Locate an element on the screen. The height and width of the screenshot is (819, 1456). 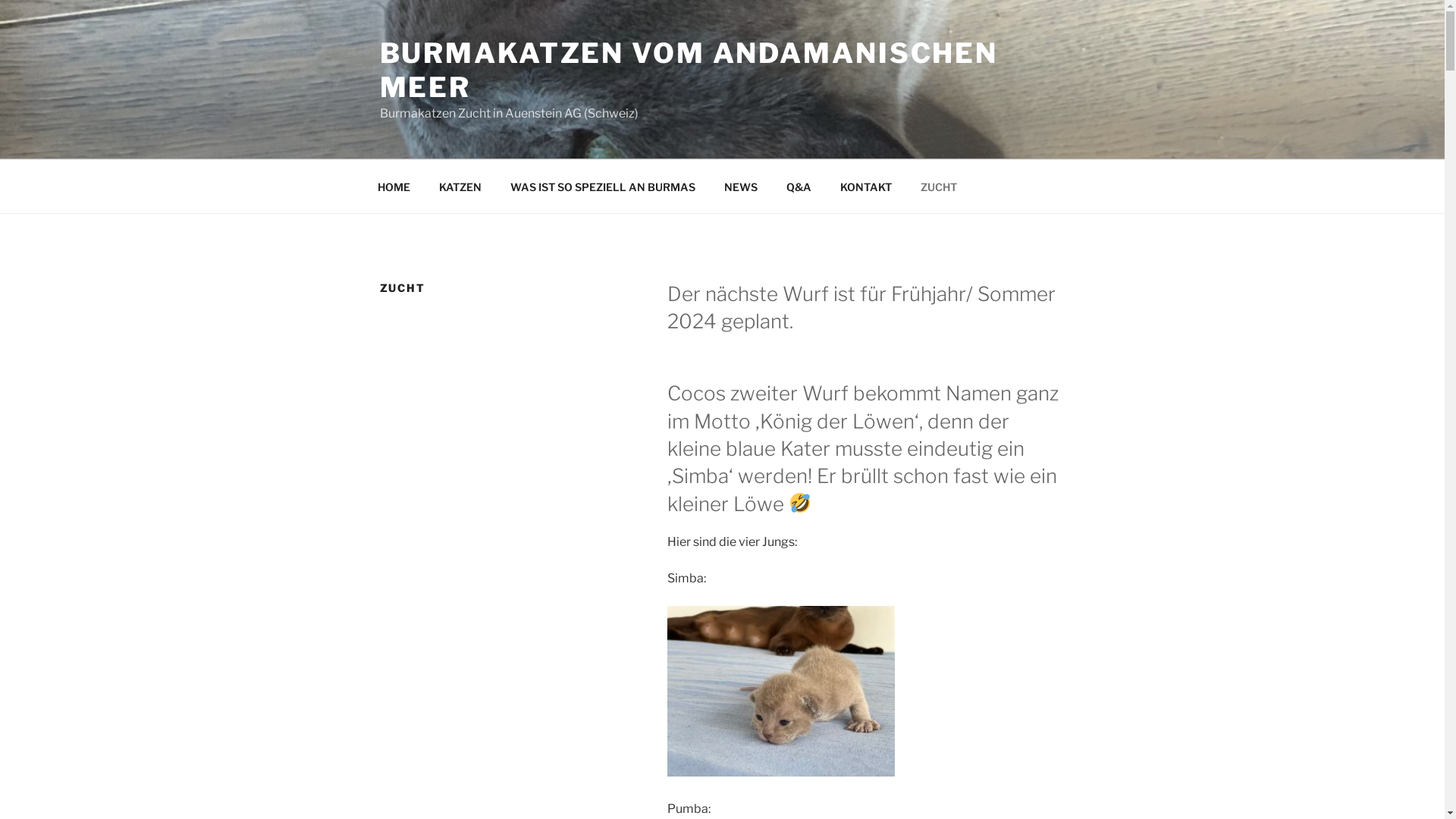
'WAS IST SO SPEZIELL AN BURMAS' is located at coordinates (602, 186).